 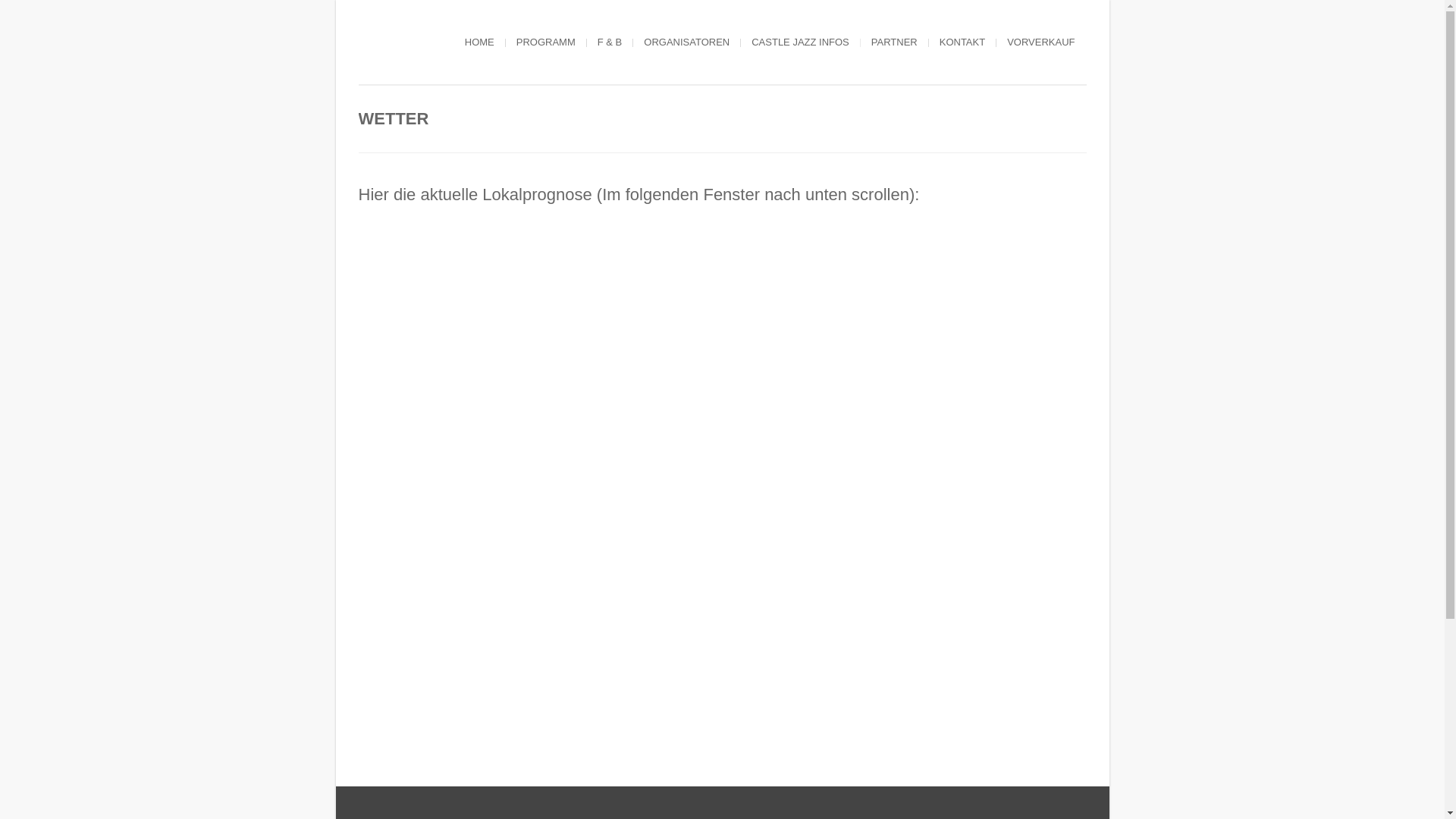 I want to click on 'KONTAKT', so click(x=961, y=41).